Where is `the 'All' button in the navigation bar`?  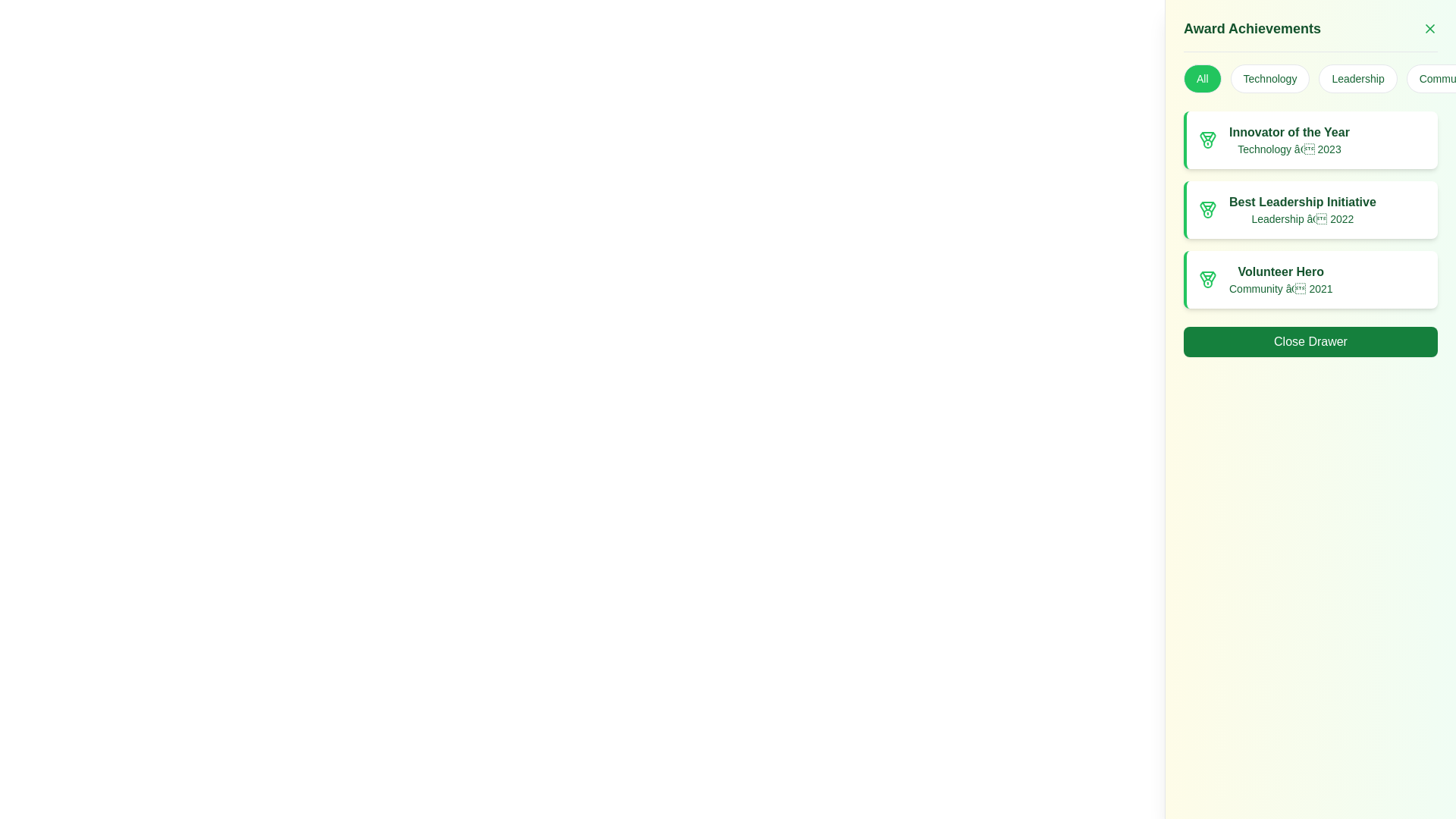 the 'All' button in the navigation bar is located at coordinates (1310, 79).